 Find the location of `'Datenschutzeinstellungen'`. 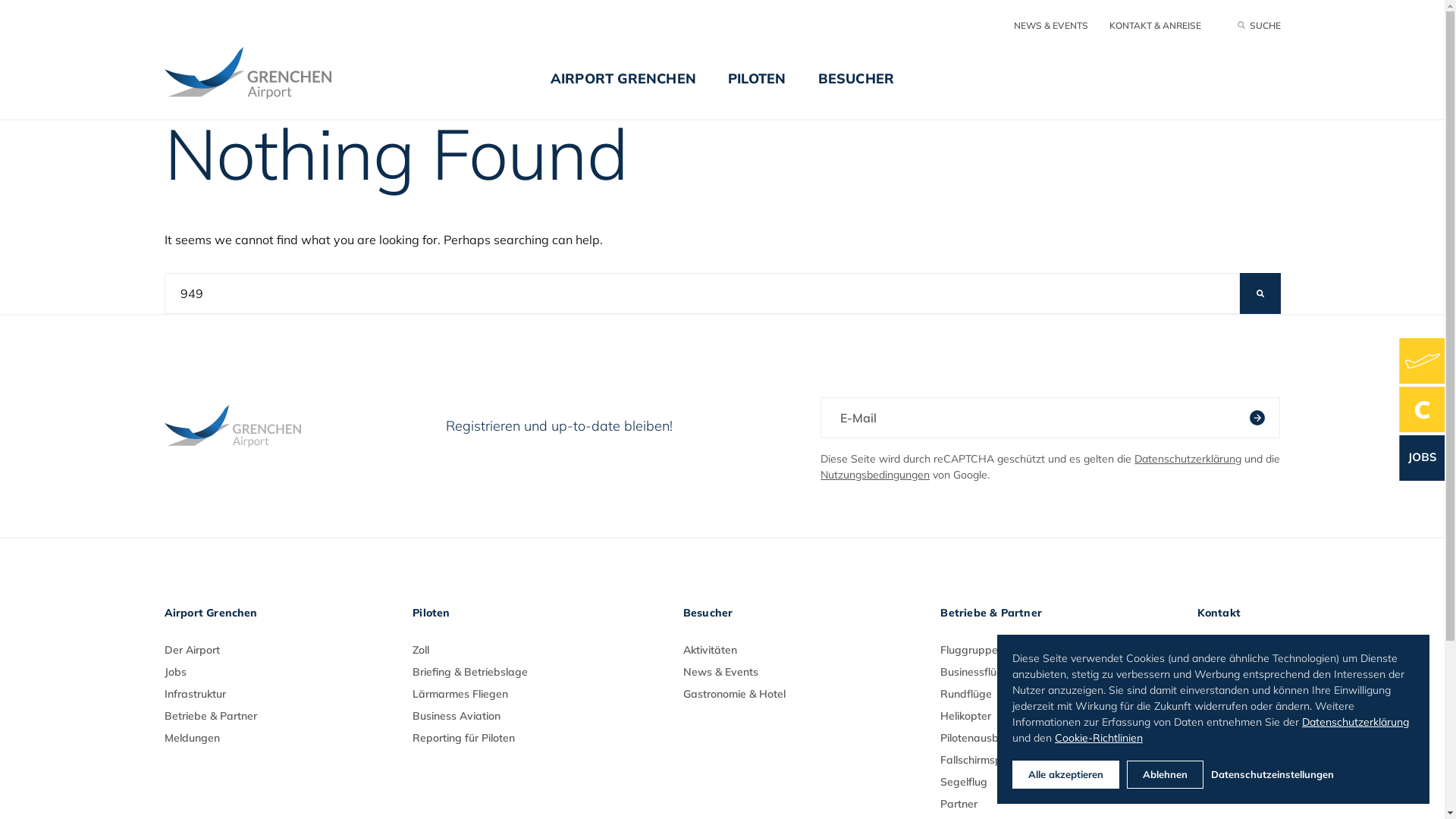

'Datenschutzeinstellungen' is located at coordinates (1312, 775).